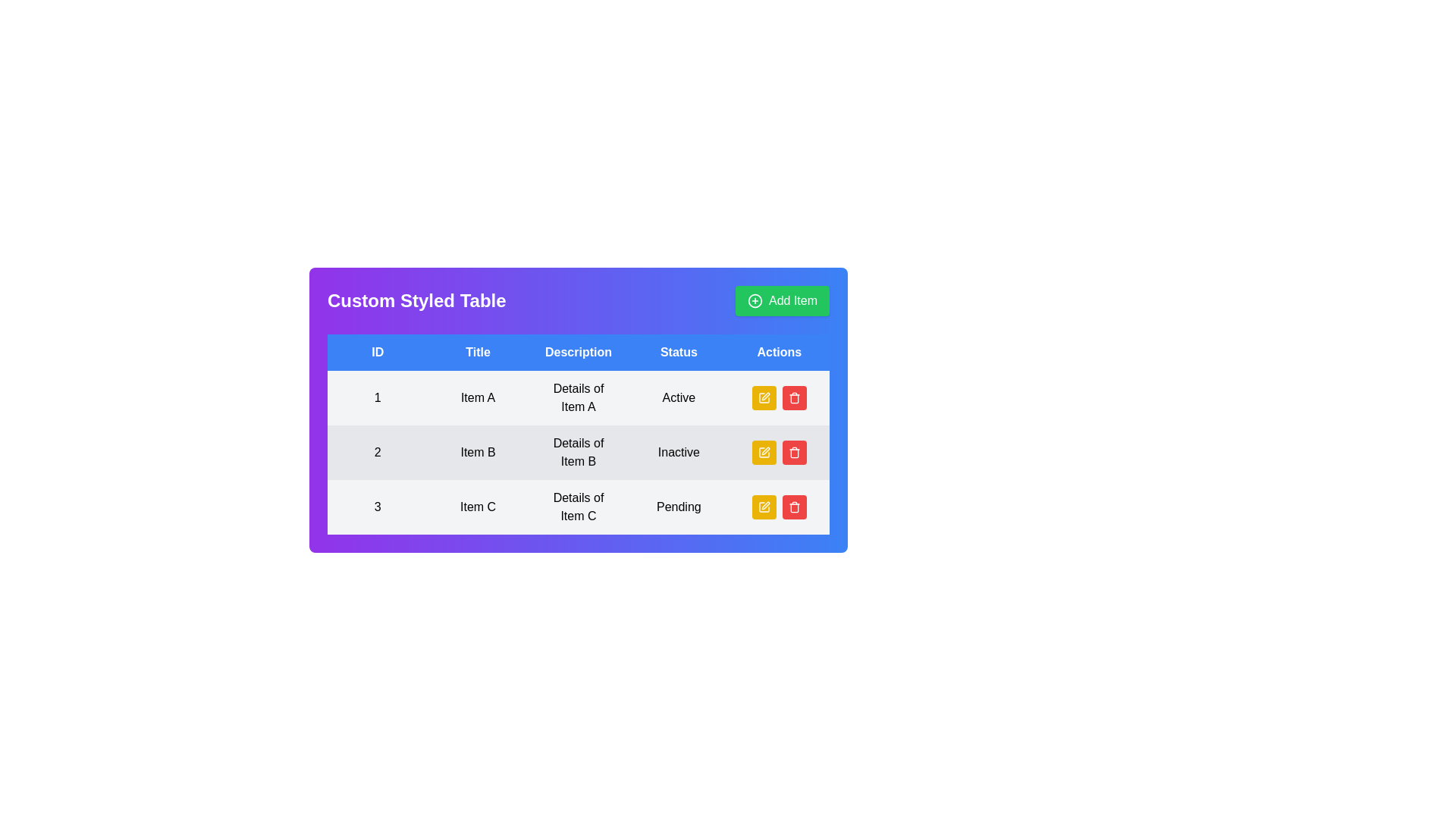 The image size is (1456, 819). What do you see at coordinates (764, 507) in the screenshot?
I see `the edit button in the 'Actions' column of the third row corresponding to 'Item C'` at bounding box center [764, 507].